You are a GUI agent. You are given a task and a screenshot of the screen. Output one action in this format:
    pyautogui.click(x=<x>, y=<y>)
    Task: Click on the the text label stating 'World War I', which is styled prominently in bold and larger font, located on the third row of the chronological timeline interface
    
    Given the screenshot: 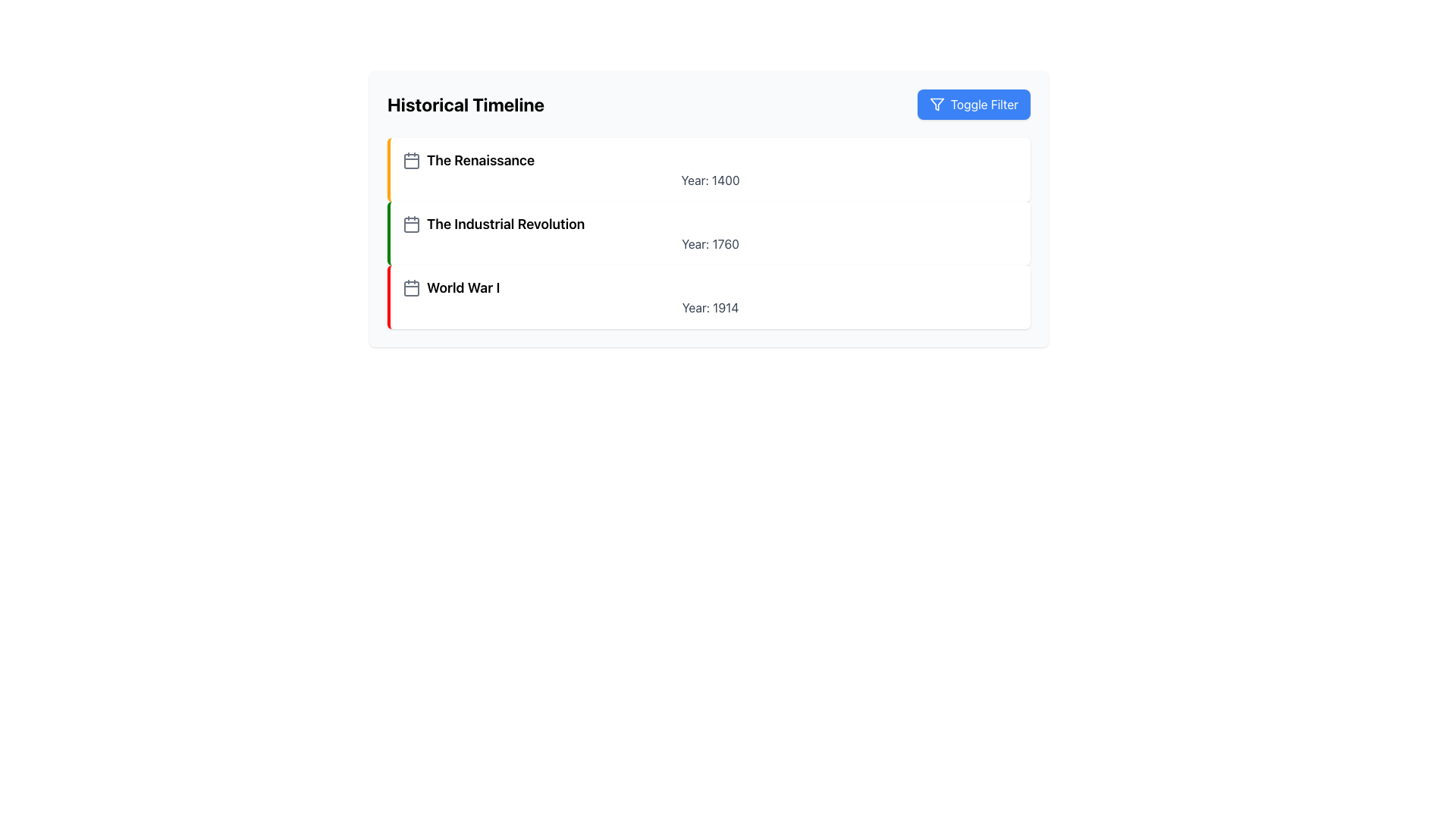 What is the action you would take?
    pyautogui.click(x=463, y=288)
    